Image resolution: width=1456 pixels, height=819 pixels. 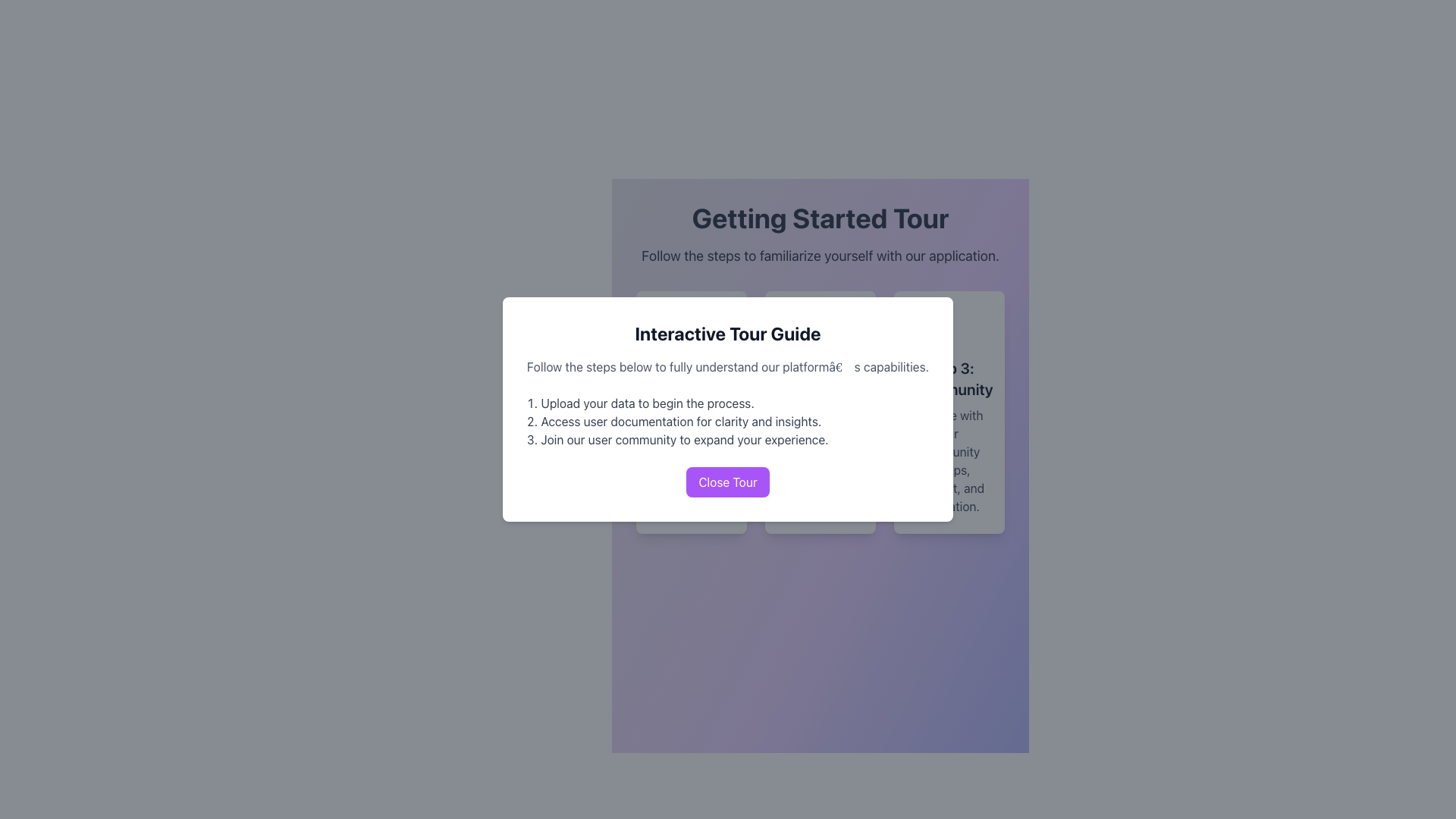 I want to click on text label at the top of the modal dialog, which serves as the heading title summarizing its purpose, so click(x=728, y=332).